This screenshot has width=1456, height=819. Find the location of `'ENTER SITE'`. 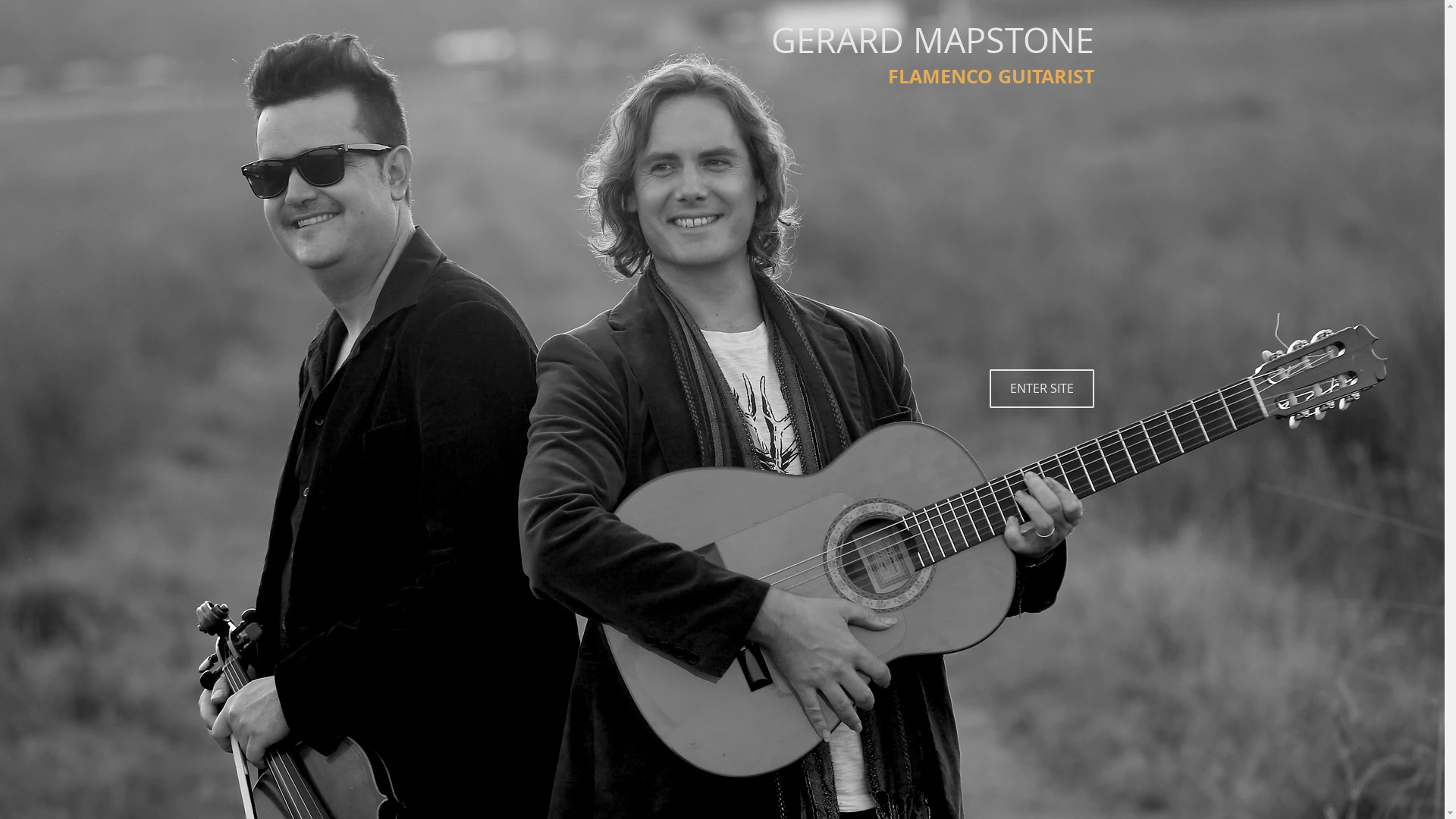

'ENTER SITE' is located at coordinates (1040, 388).